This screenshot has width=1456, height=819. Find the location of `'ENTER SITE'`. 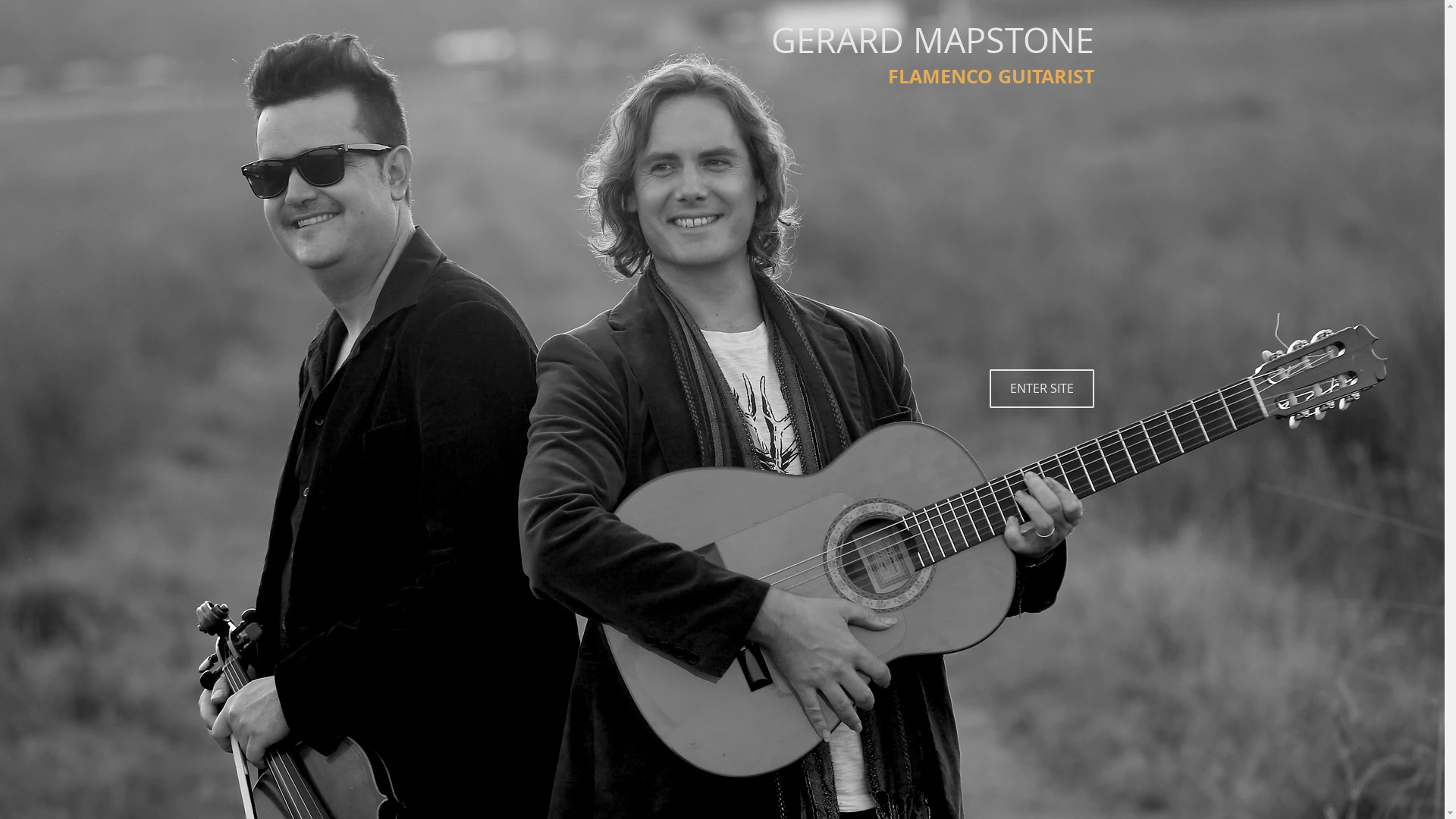

'ENTER SITE' is located at coordinates (1040, 388).